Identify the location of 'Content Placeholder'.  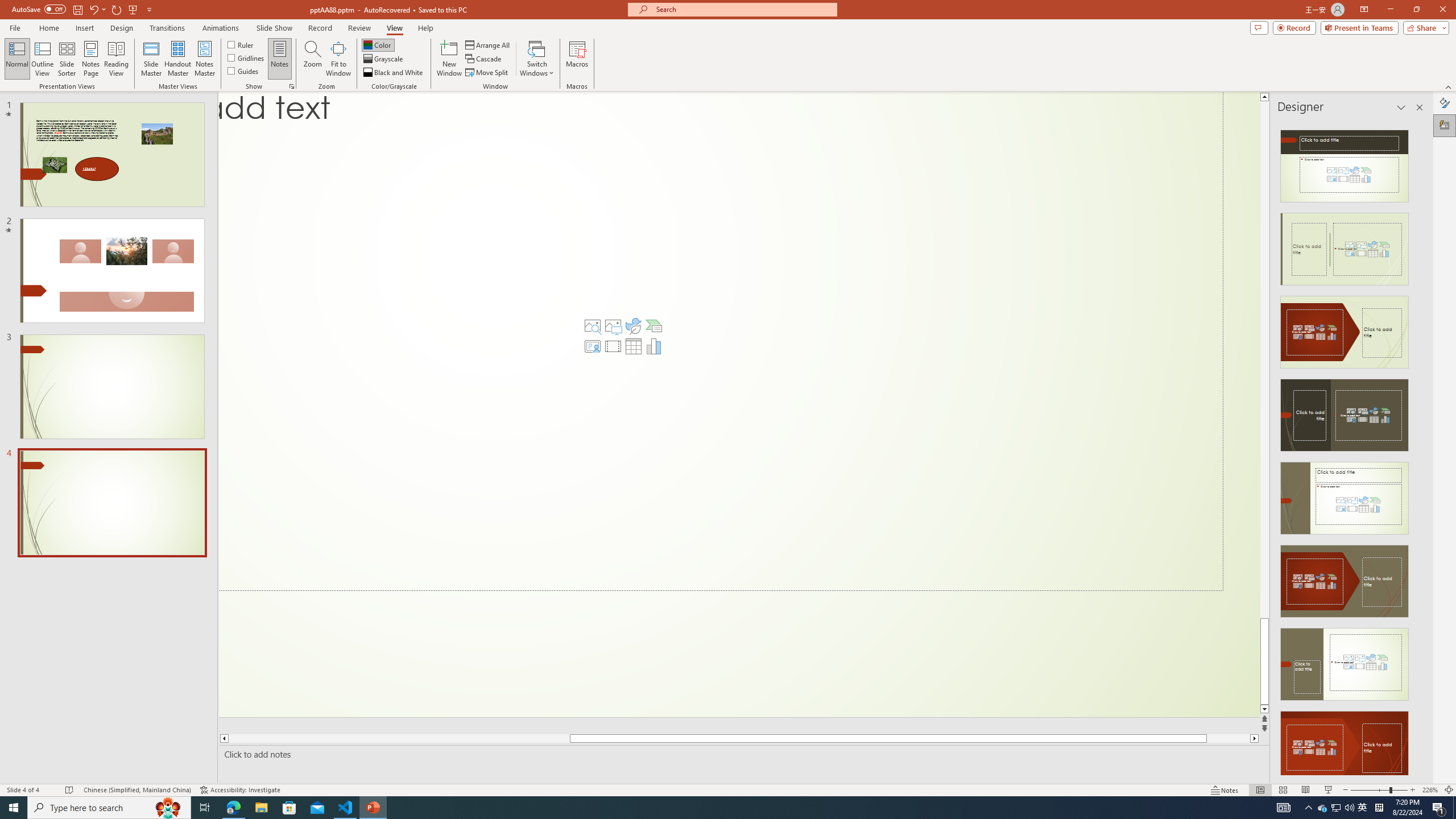
(721, 341).